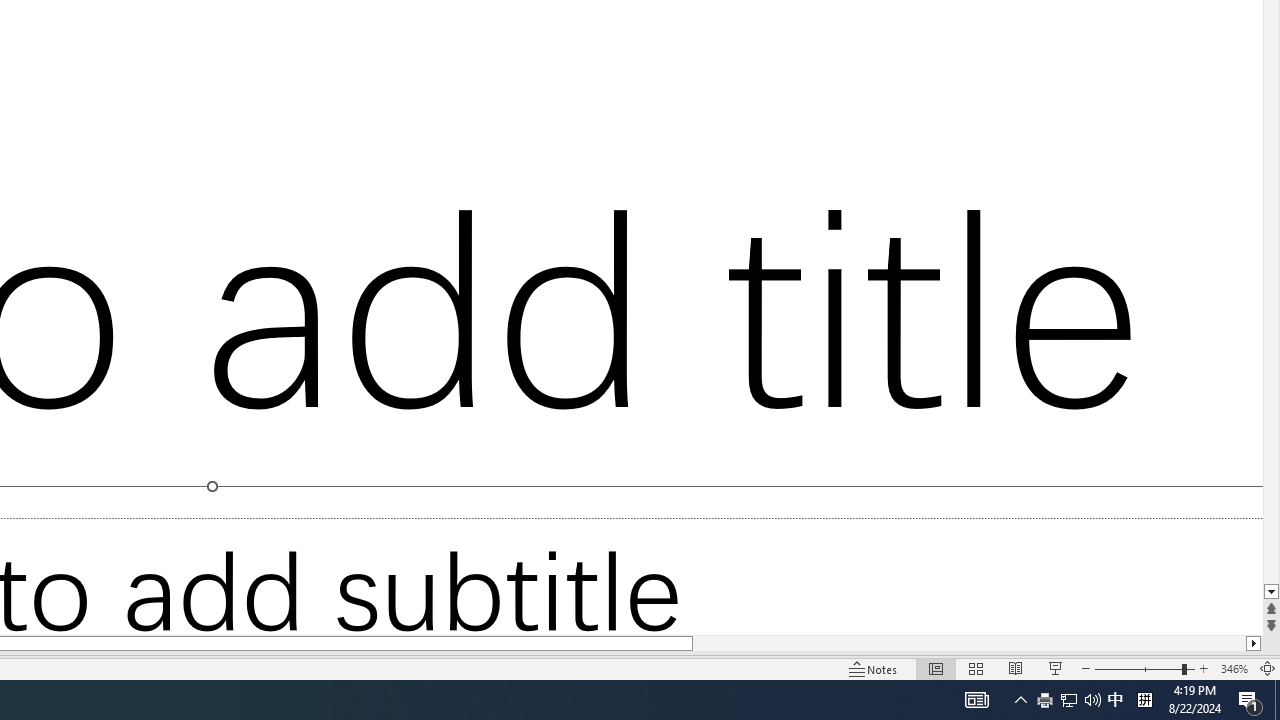  I want to click on 'Zoom 346%', so click(1233, 669).